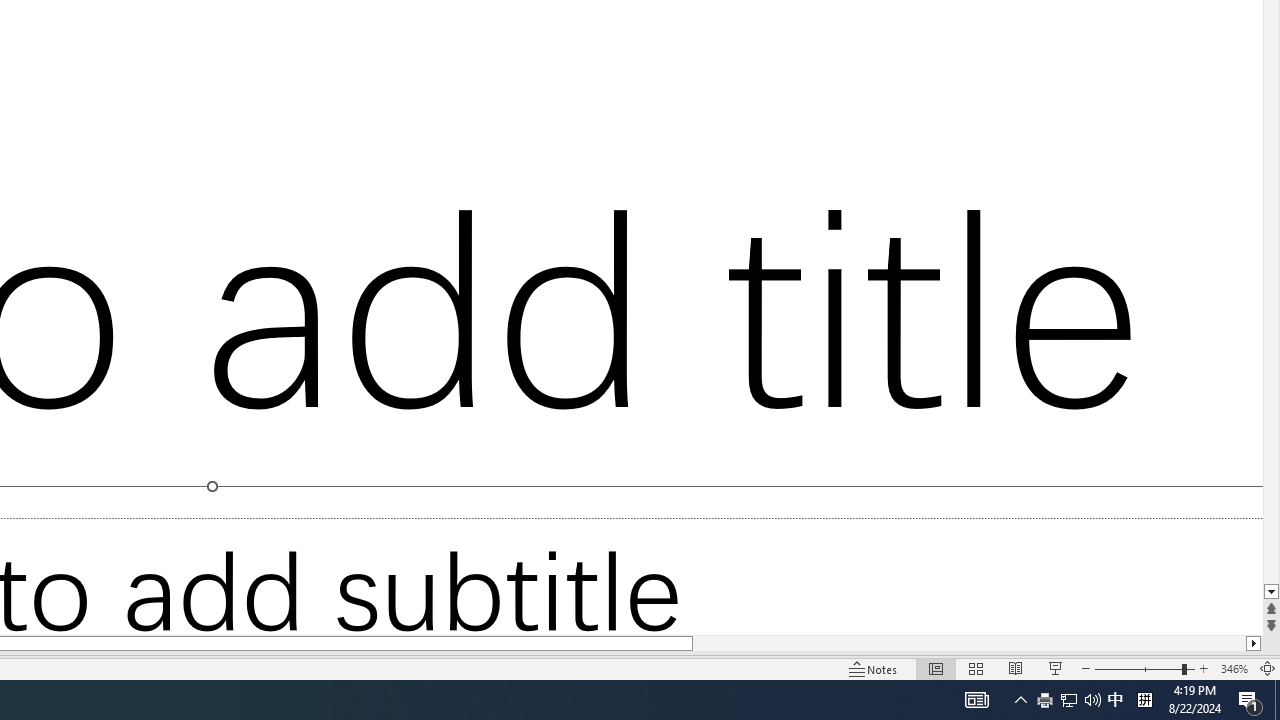  I want to click on 'Zoom 346%', so click(1233, 669).